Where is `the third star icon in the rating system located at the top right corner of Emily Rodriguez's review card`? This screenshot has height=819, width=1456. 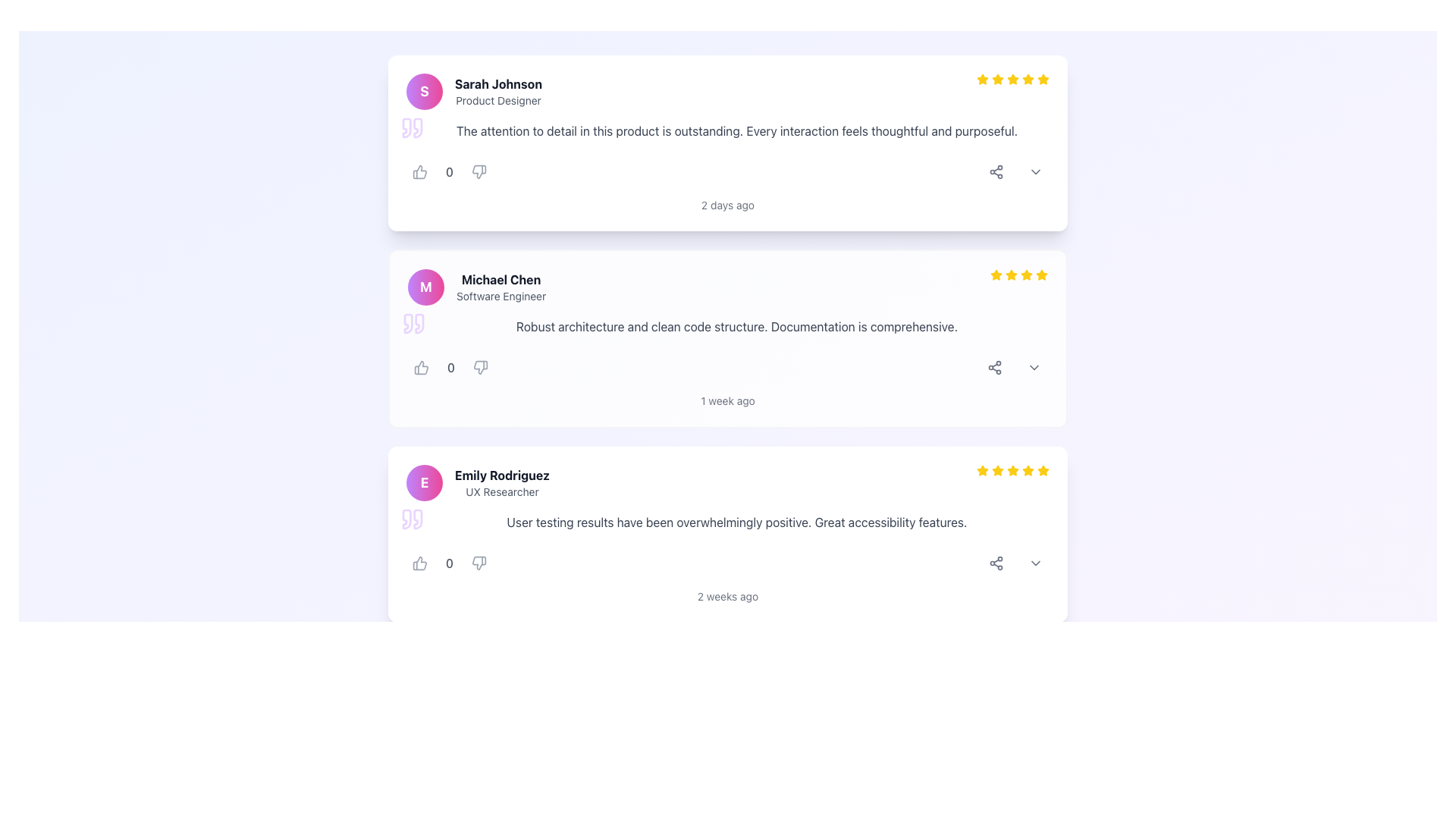 the third star icon in the rating system located at the top right corner of Emily Rodriguez's review card is located at coordinates (1012, 470).